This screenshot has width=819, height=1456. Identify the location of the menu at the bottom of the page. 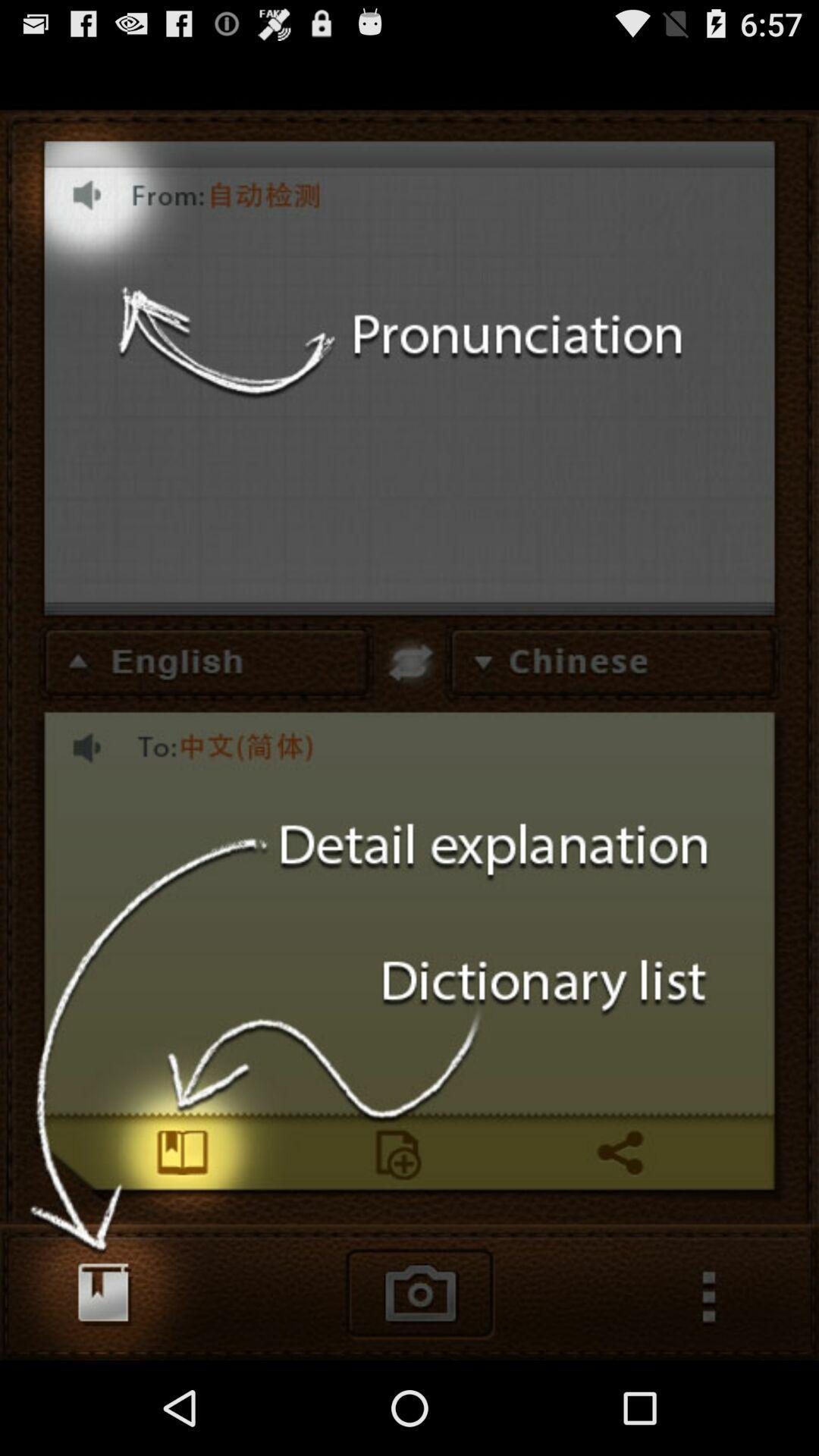
(717, 1310).